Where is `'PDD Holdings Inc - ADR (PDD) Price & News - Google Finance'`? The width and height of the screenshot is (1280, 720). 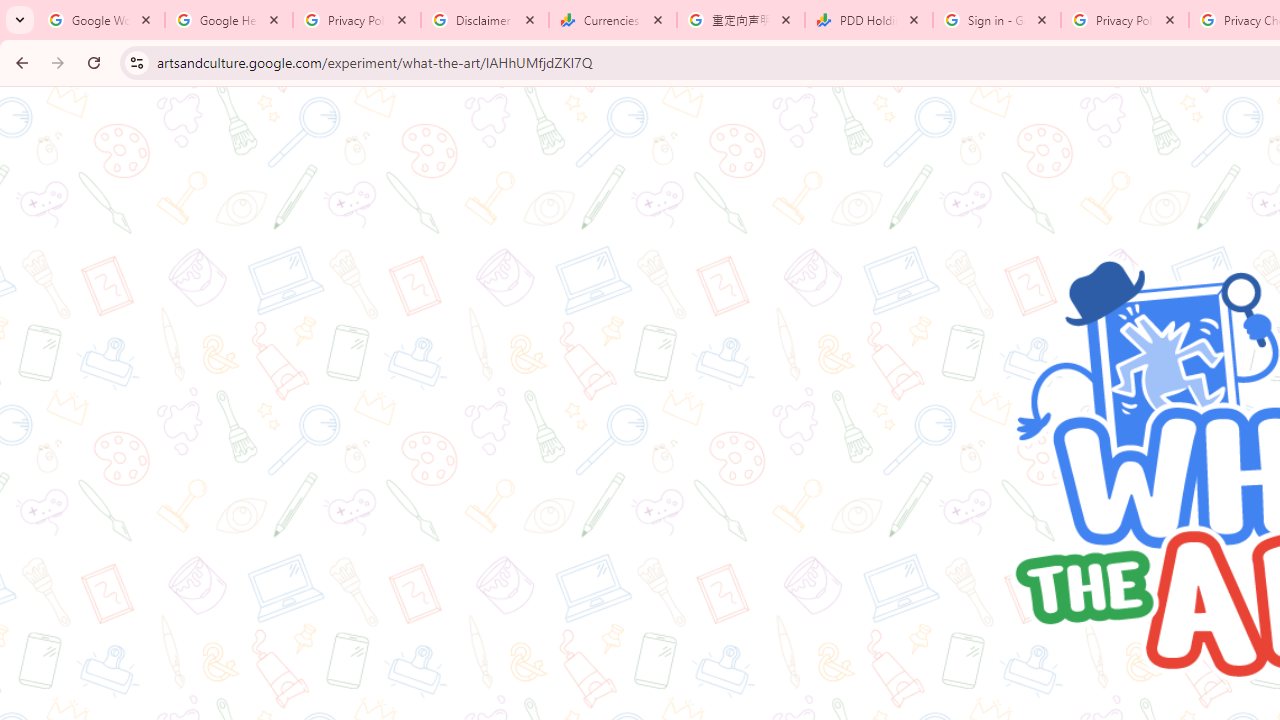 'PDD Holdings Inc - ADR (PDD) Price & News - Google Finance' is located at coordinates (869, 20).